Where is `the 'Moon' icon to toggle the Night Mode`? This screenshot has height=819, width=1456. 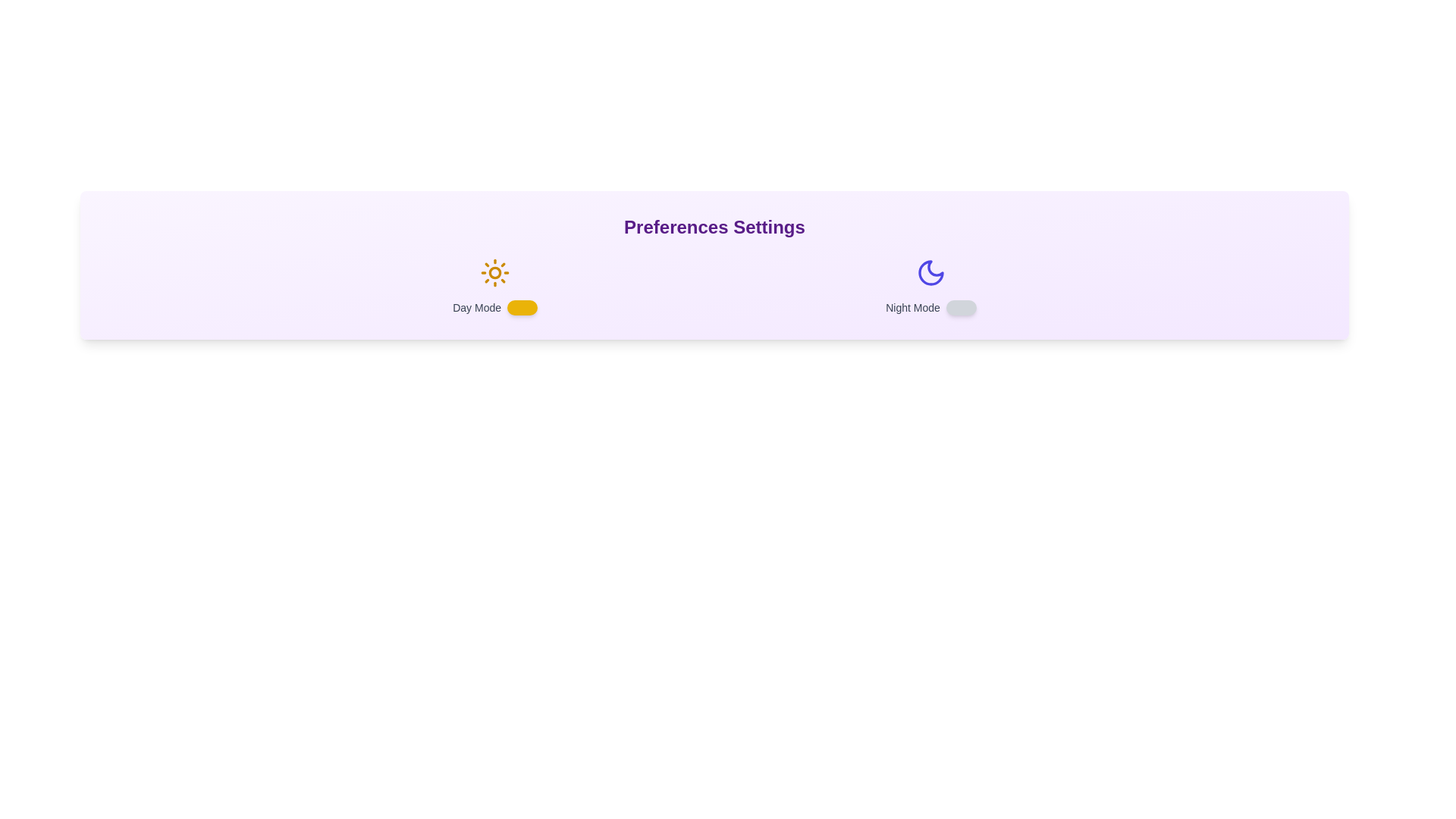 the 'Moon' icon to toggle the Night Mode is located at coordinates (930, 271).